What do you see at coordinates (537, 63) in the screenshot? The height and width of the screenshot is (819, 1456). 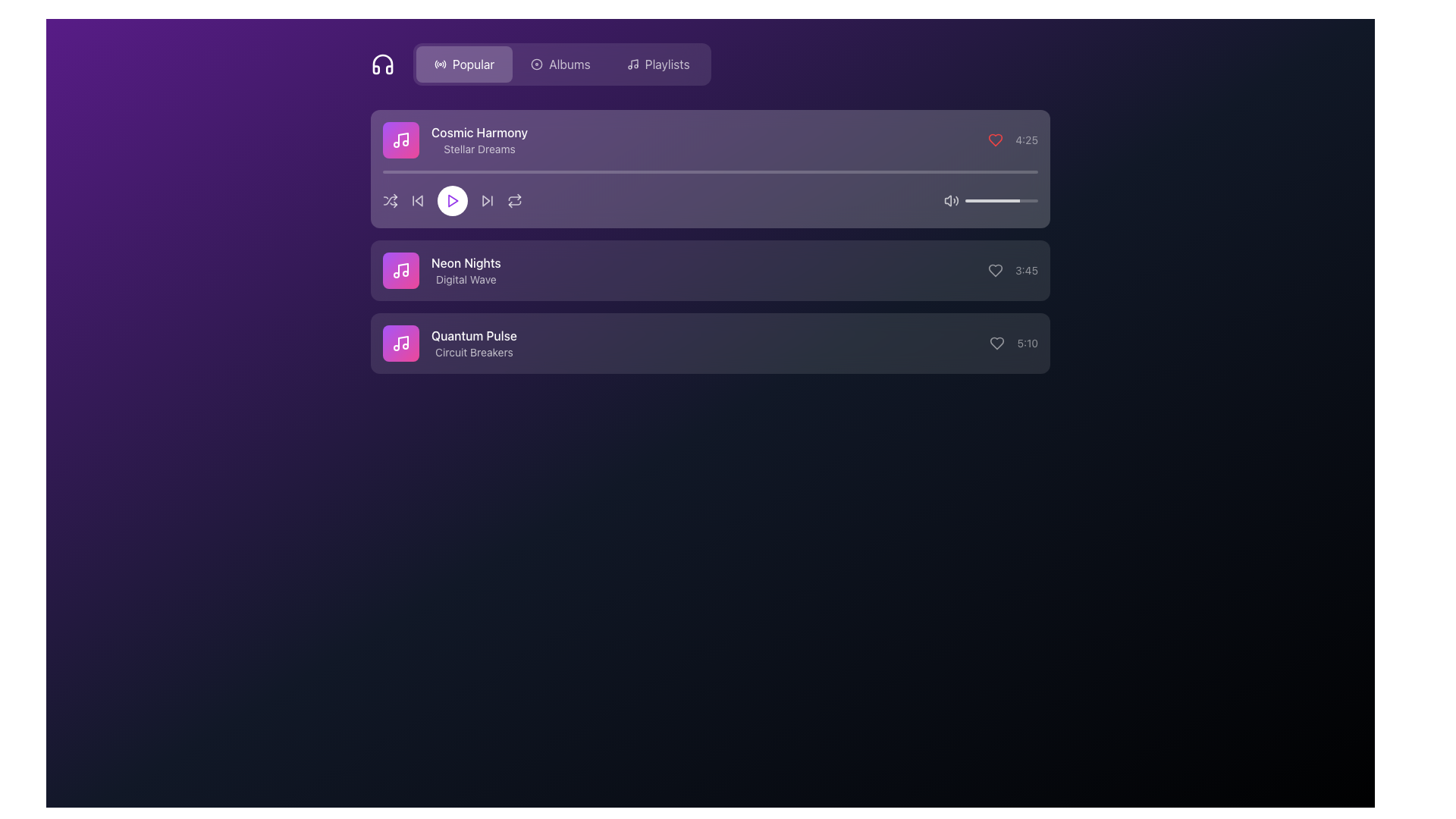 I see `the circular icon with a dark appearance and lighter outline located within the 'Albums' button in the top navigation bar` at bounding box center [537, 63].